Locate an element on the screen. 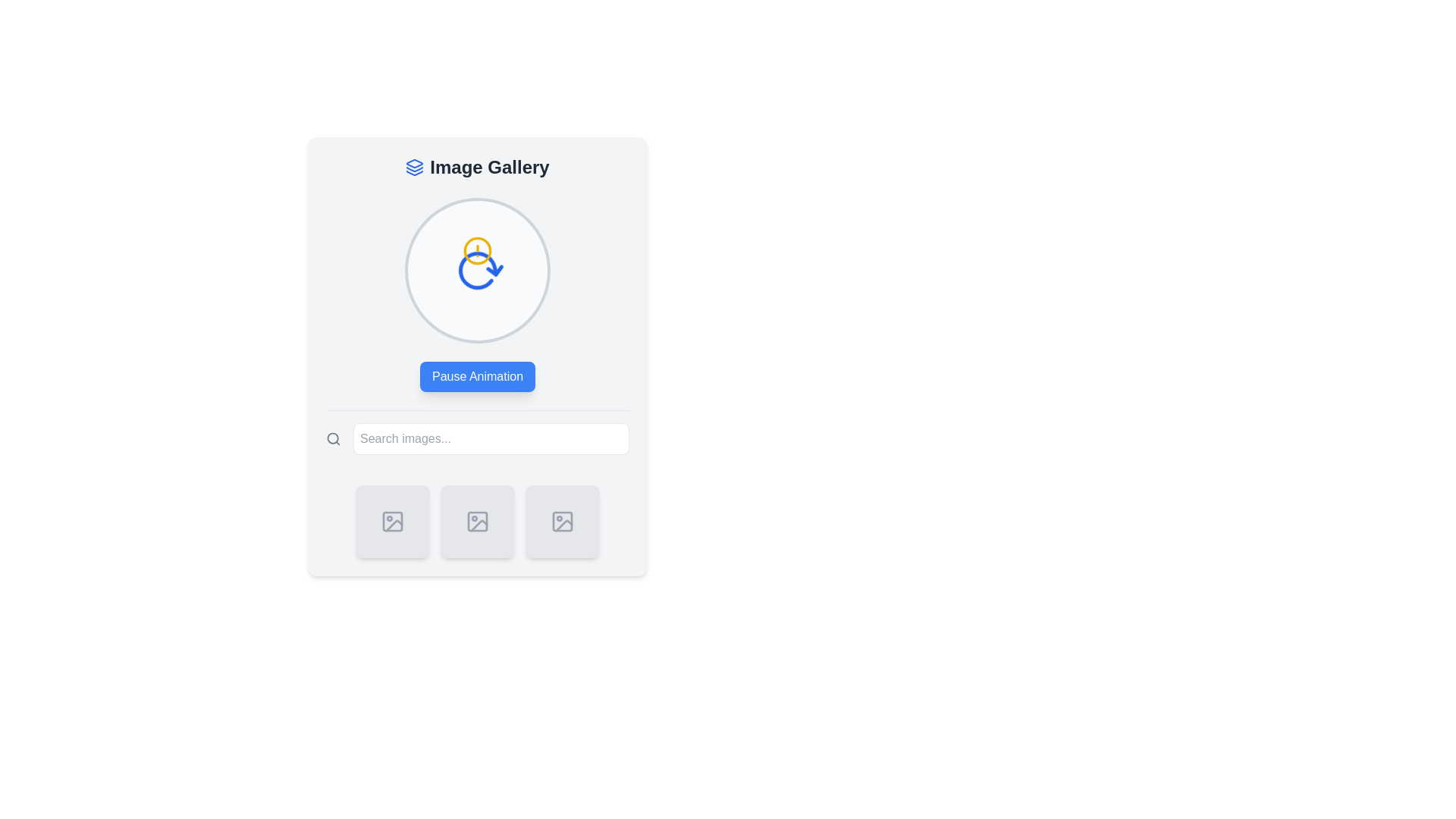 The height and width of the screenshot is (819, 1456). the first button in the horizontal row of three identical square buttons located below the search bar is located at coordinates (393, 520).